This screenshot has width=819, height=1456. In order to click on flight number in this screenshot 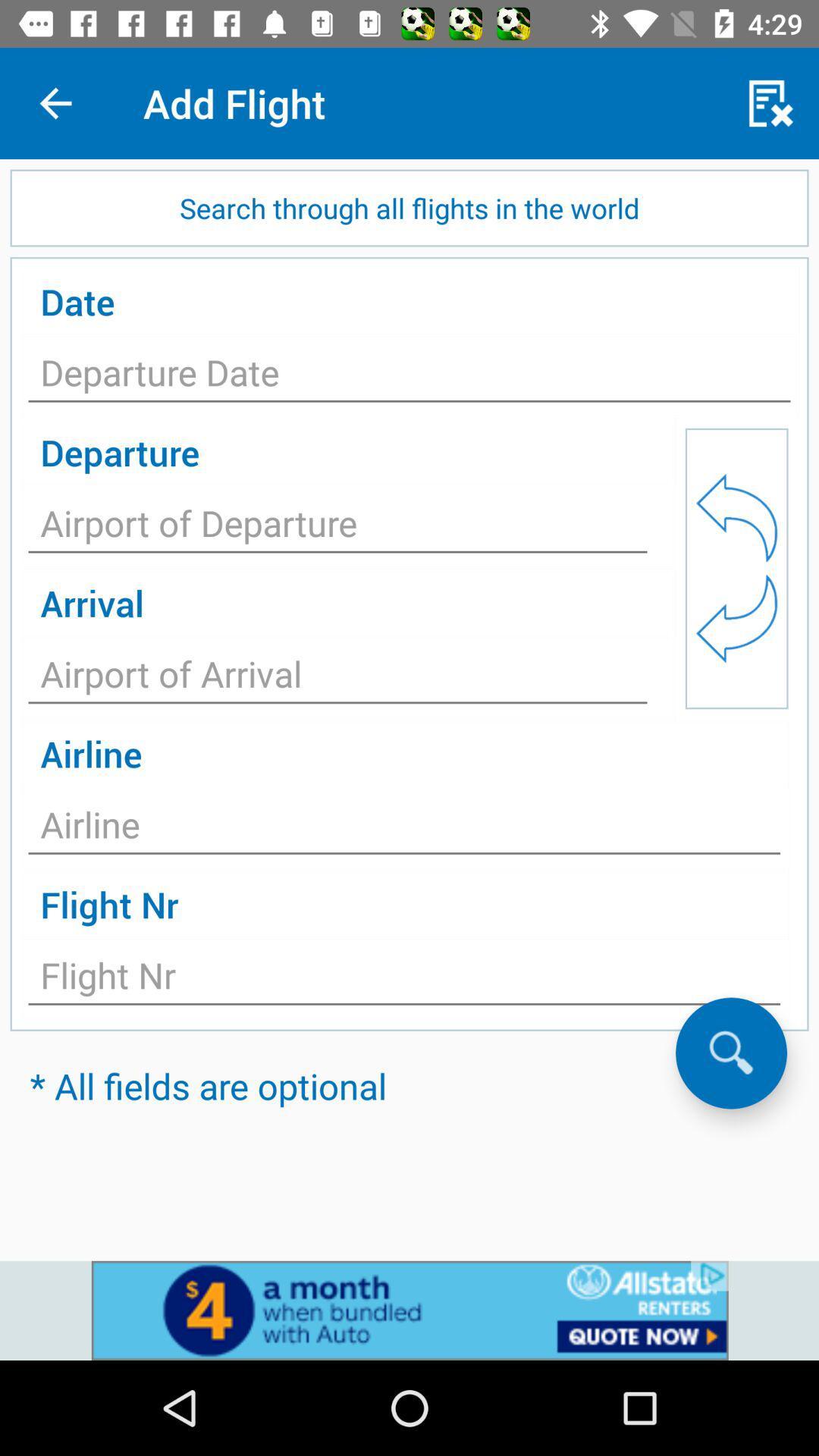, I will do `click(403, 980)`.